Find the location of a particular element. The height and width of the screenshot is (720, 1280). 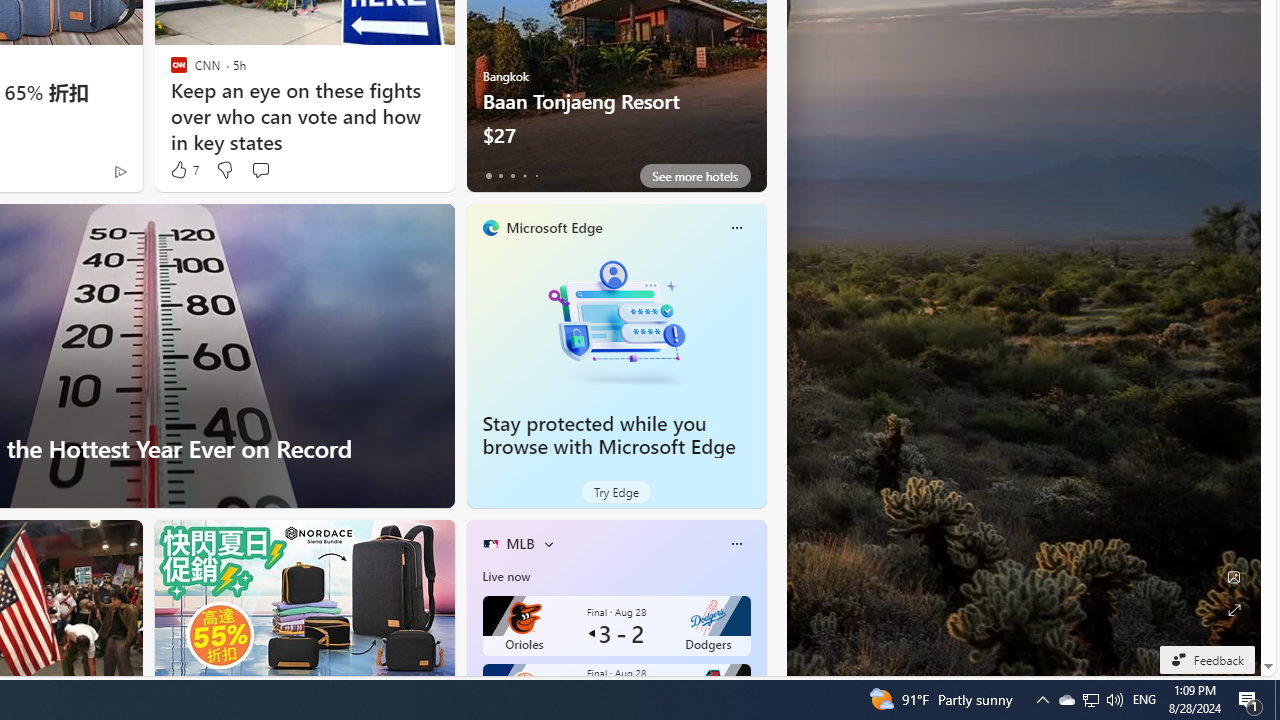

'Try Edge' is located at coordinates (615, 492).